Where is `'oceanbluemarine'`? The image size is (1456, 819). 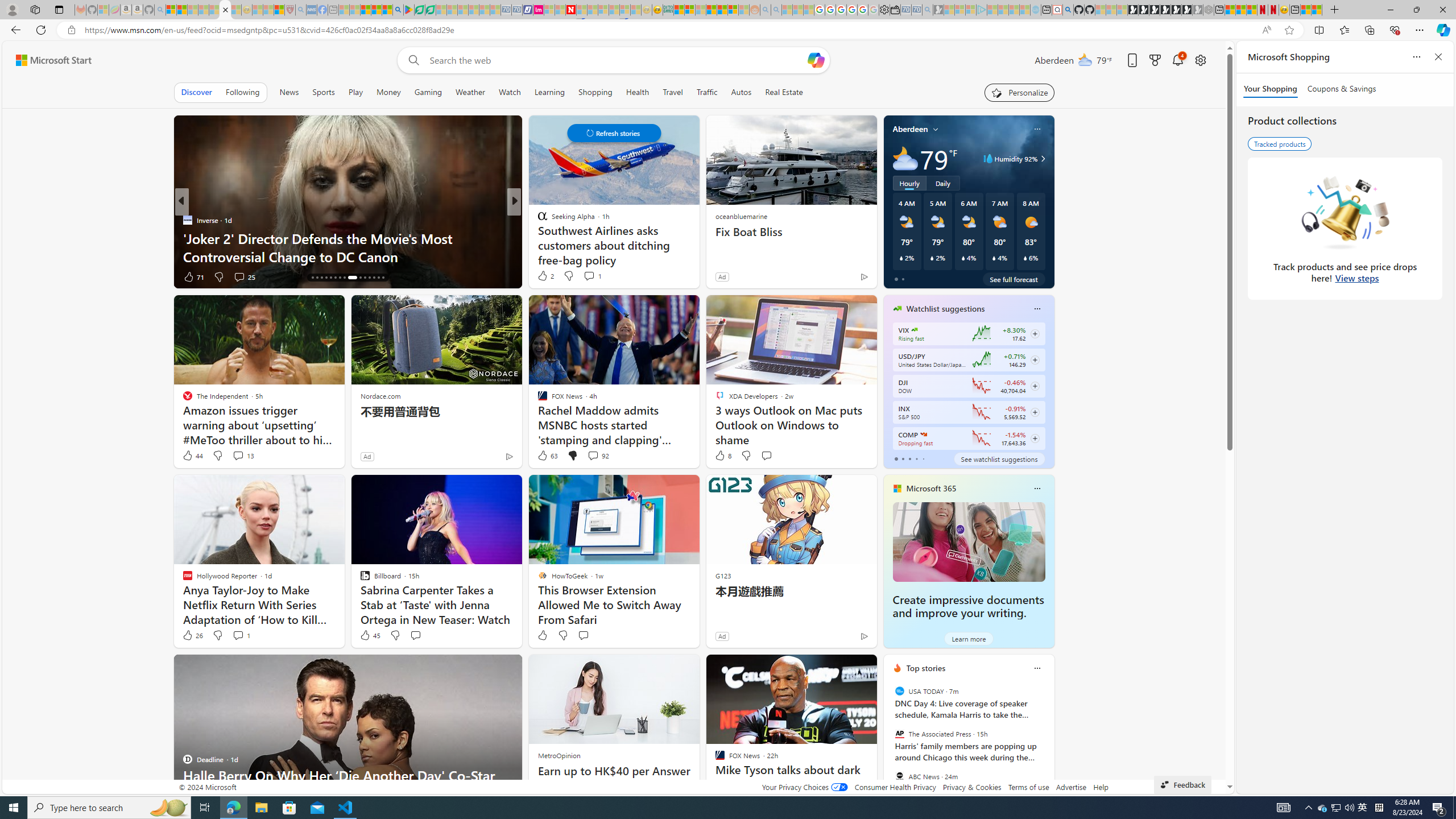 'oceanbluemarine' is located at coordinates (741, 216).